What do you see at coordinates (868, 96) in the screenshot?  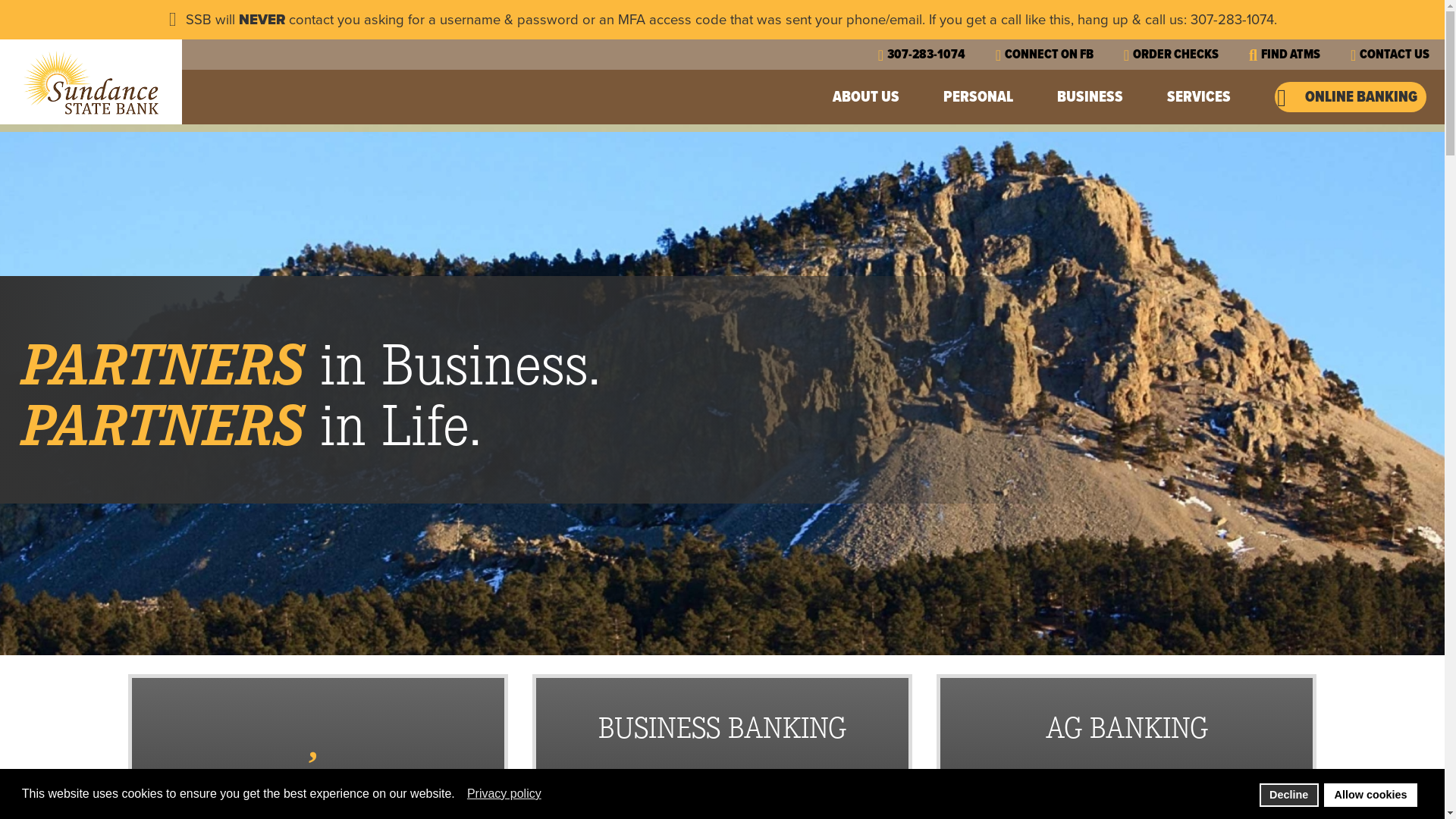 I see `'ABOUT US'` at bounding box center [868, 96].